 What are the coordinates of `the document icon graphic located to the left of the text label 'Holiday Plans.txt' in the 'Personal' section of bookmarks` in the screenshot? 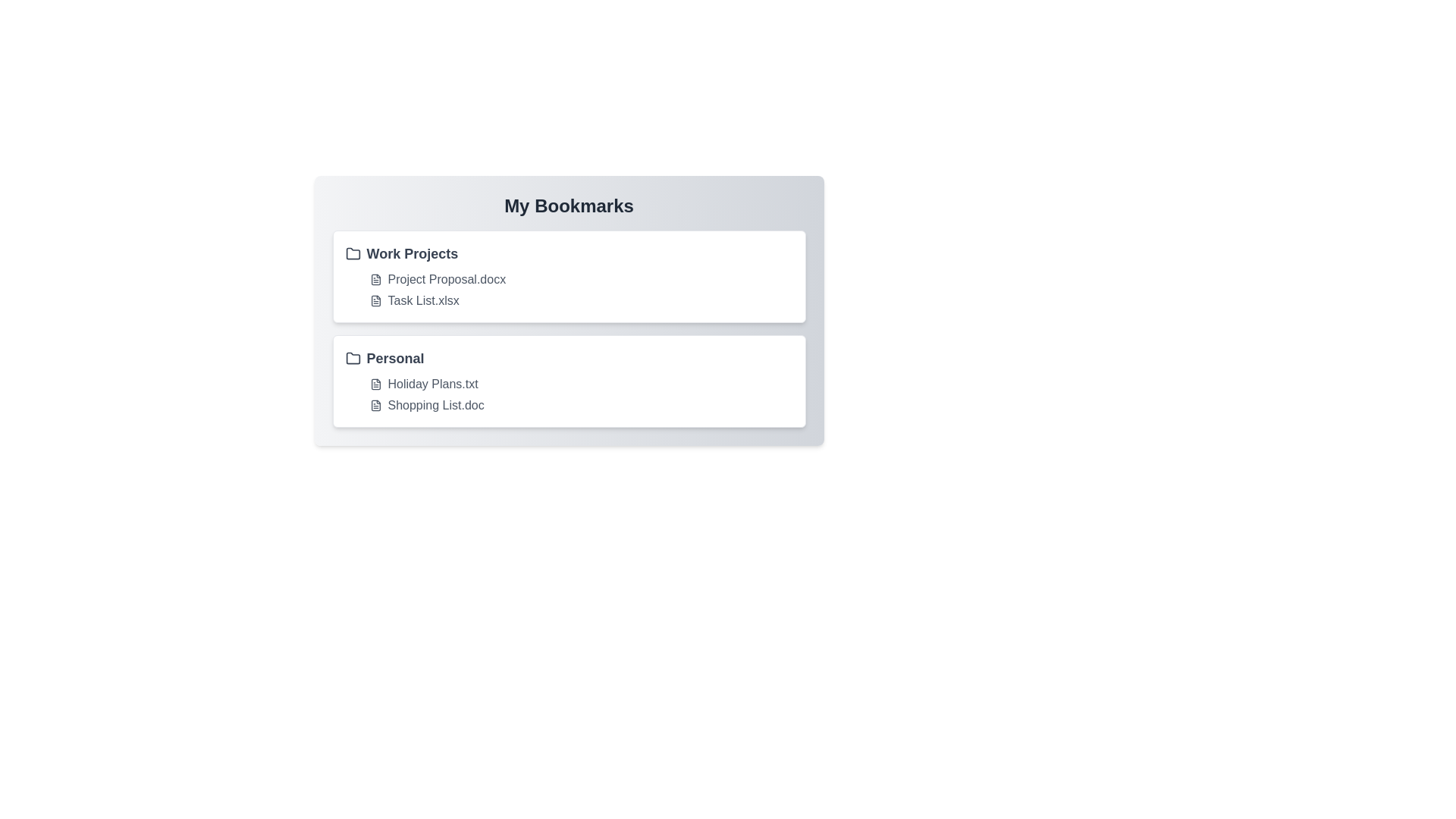 It's located at (375, 383).